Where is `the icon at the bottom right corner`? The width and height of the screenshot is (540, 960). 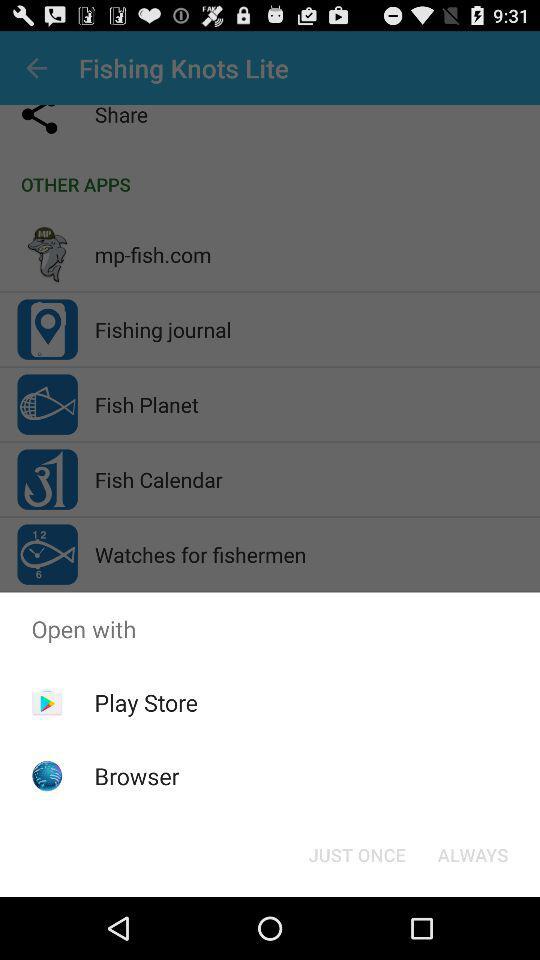 the icon at the bottom right corner is located at coordinates (472, 853).